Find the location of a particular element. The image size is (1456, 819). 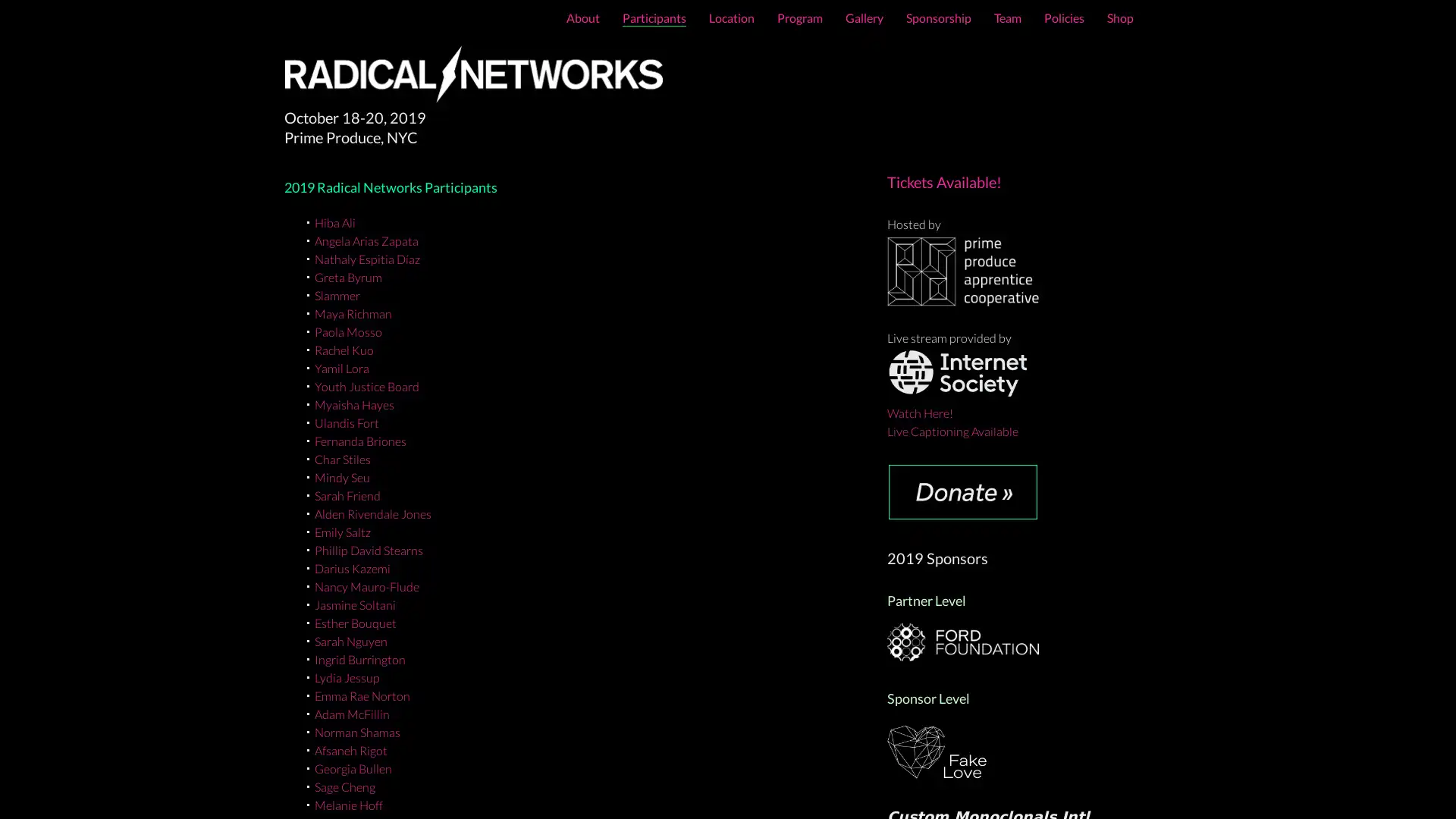

Donate with PayPal button is located at coordinates (962, 491).